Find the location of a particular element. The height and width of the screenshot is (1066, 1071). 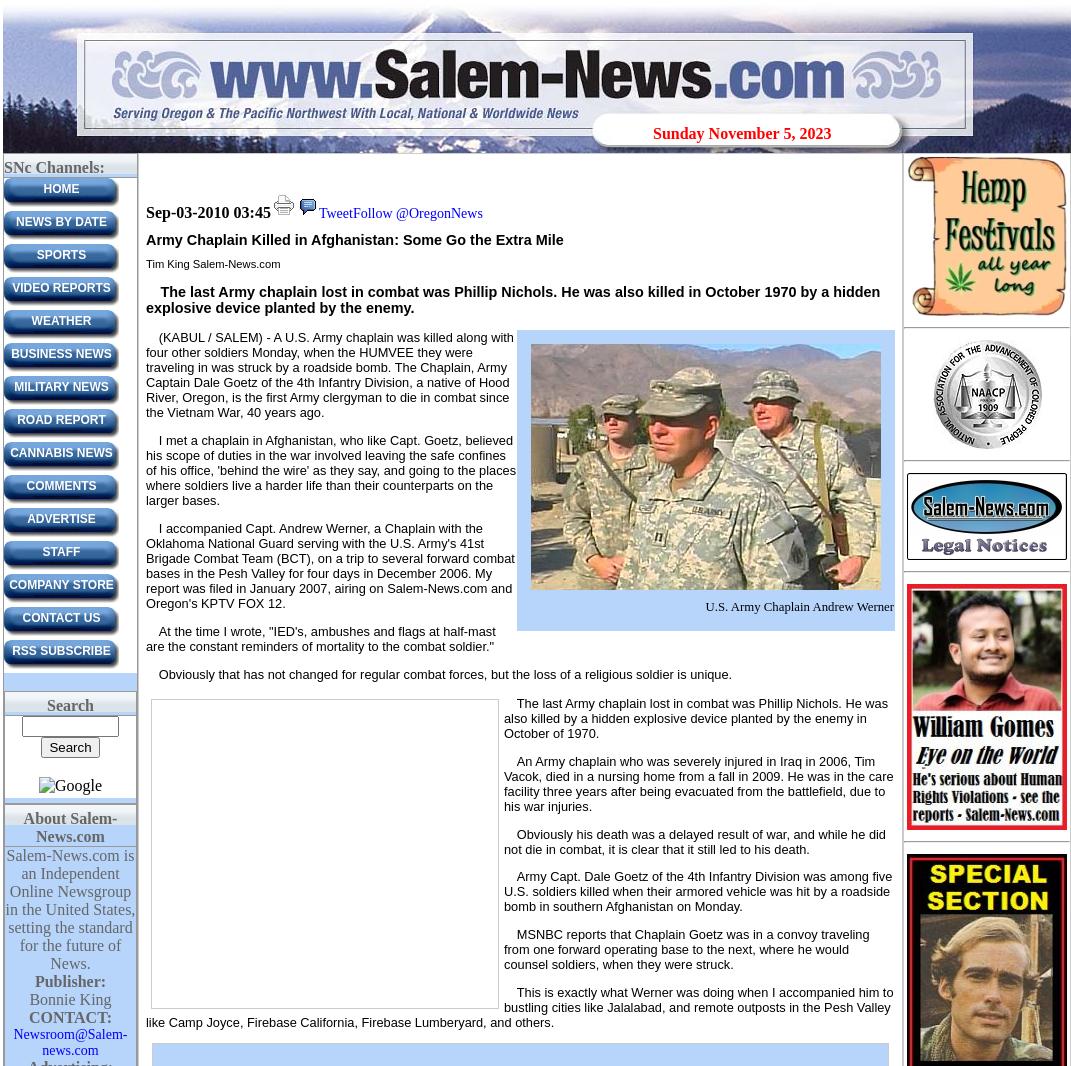

'Road Report' is located at coordinates (60, 420).